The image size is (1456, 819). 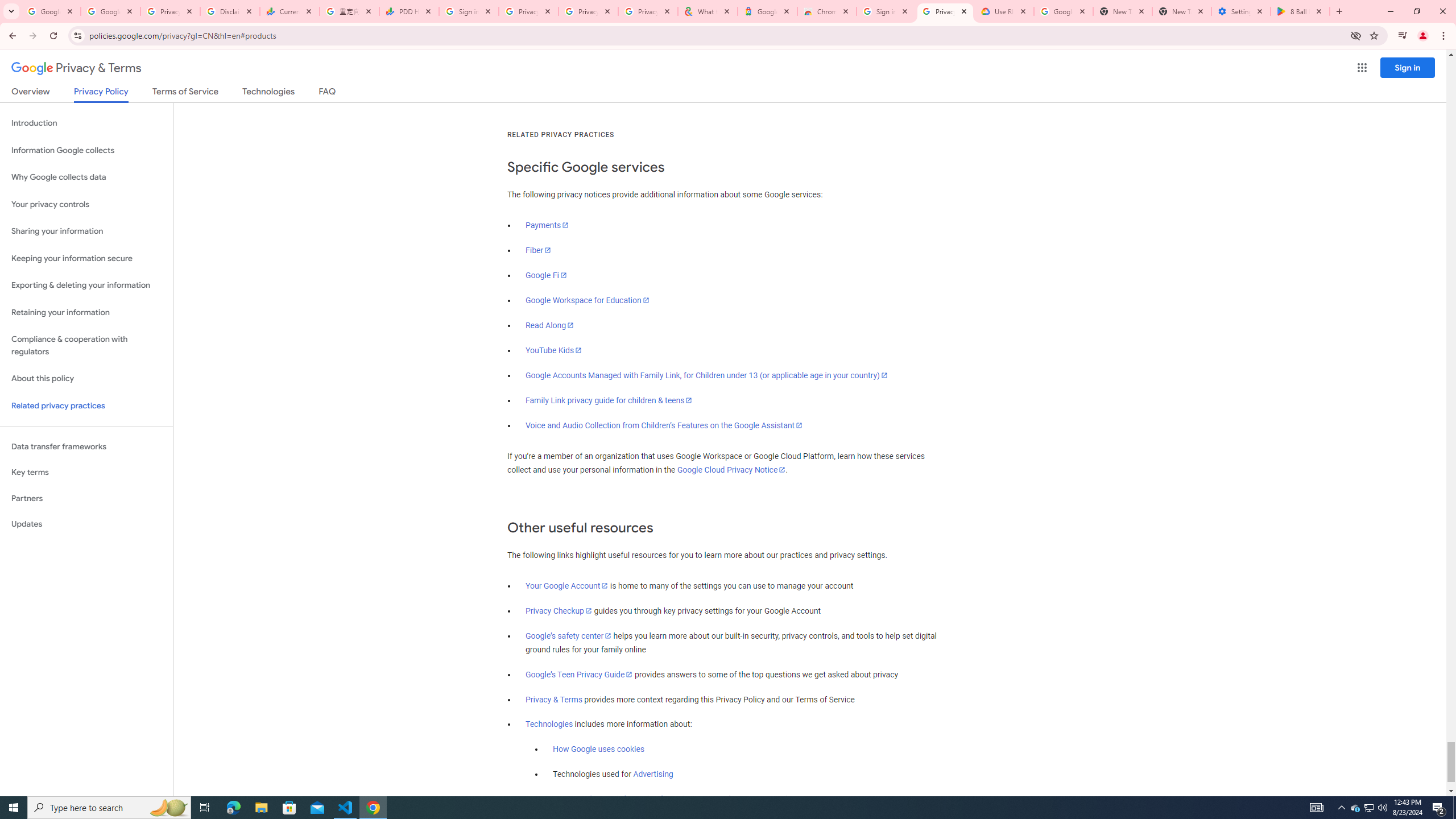 What do you see at coordinates (652, 775) in the screenshot?
I see `'Advertising'` at bounding box center [652, 775].